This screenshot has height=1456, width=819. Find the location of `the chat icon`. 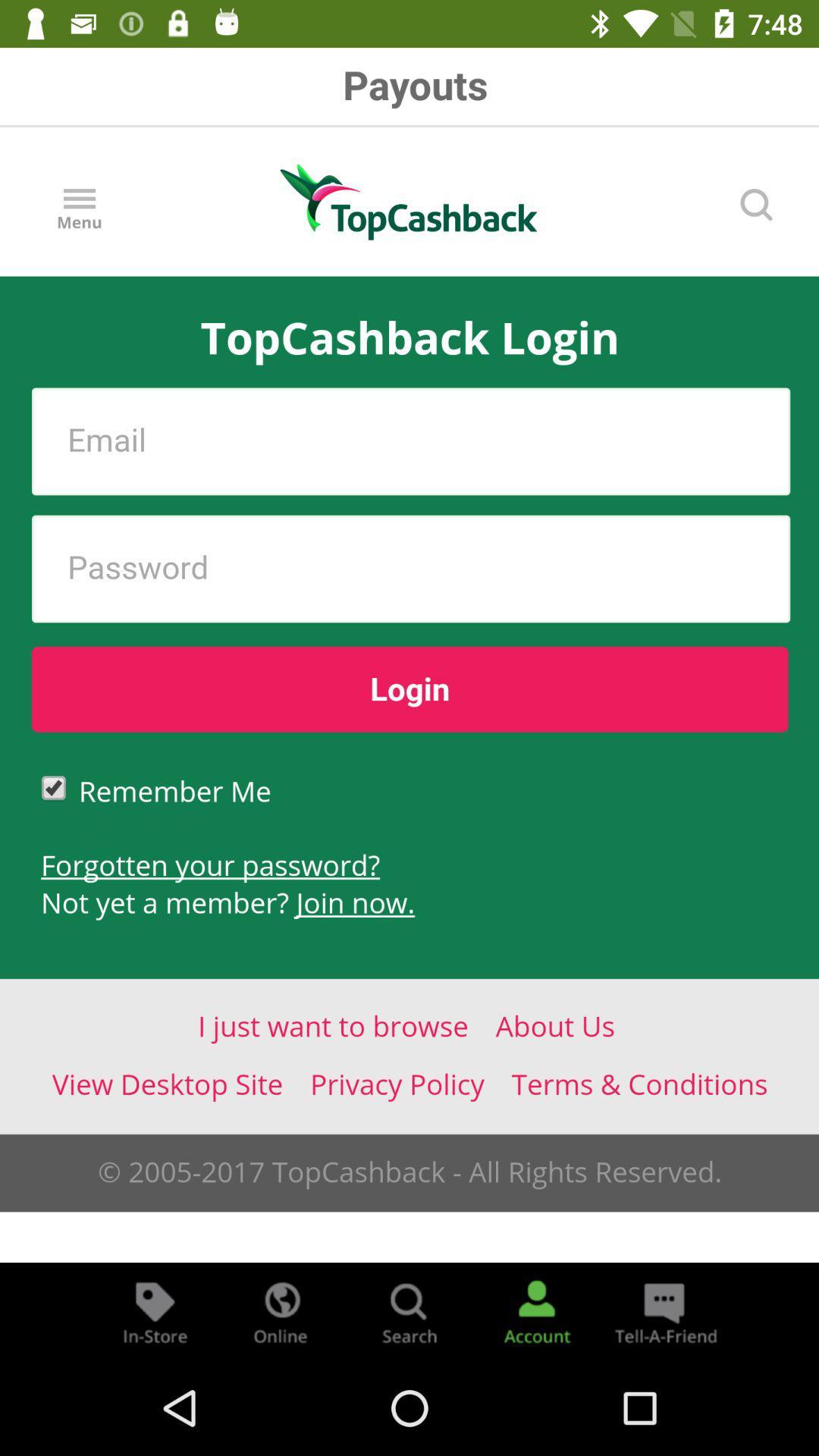

the chat icon is located at coordinates (663, 1310).